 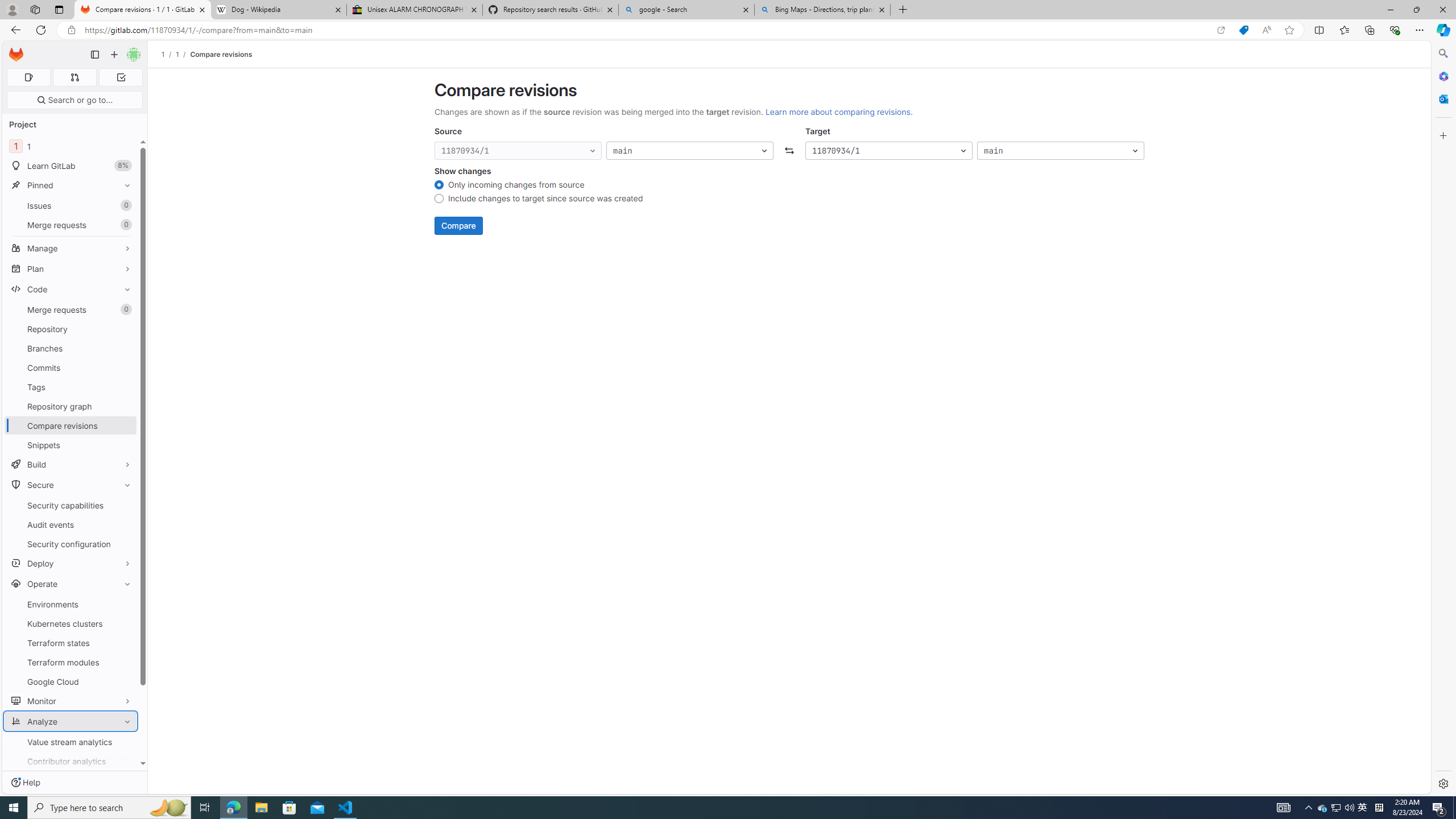 What do you see at coordinates (70, 700) in the screenshot?
I see `'Monitor'` at bounding box center [70, 700].